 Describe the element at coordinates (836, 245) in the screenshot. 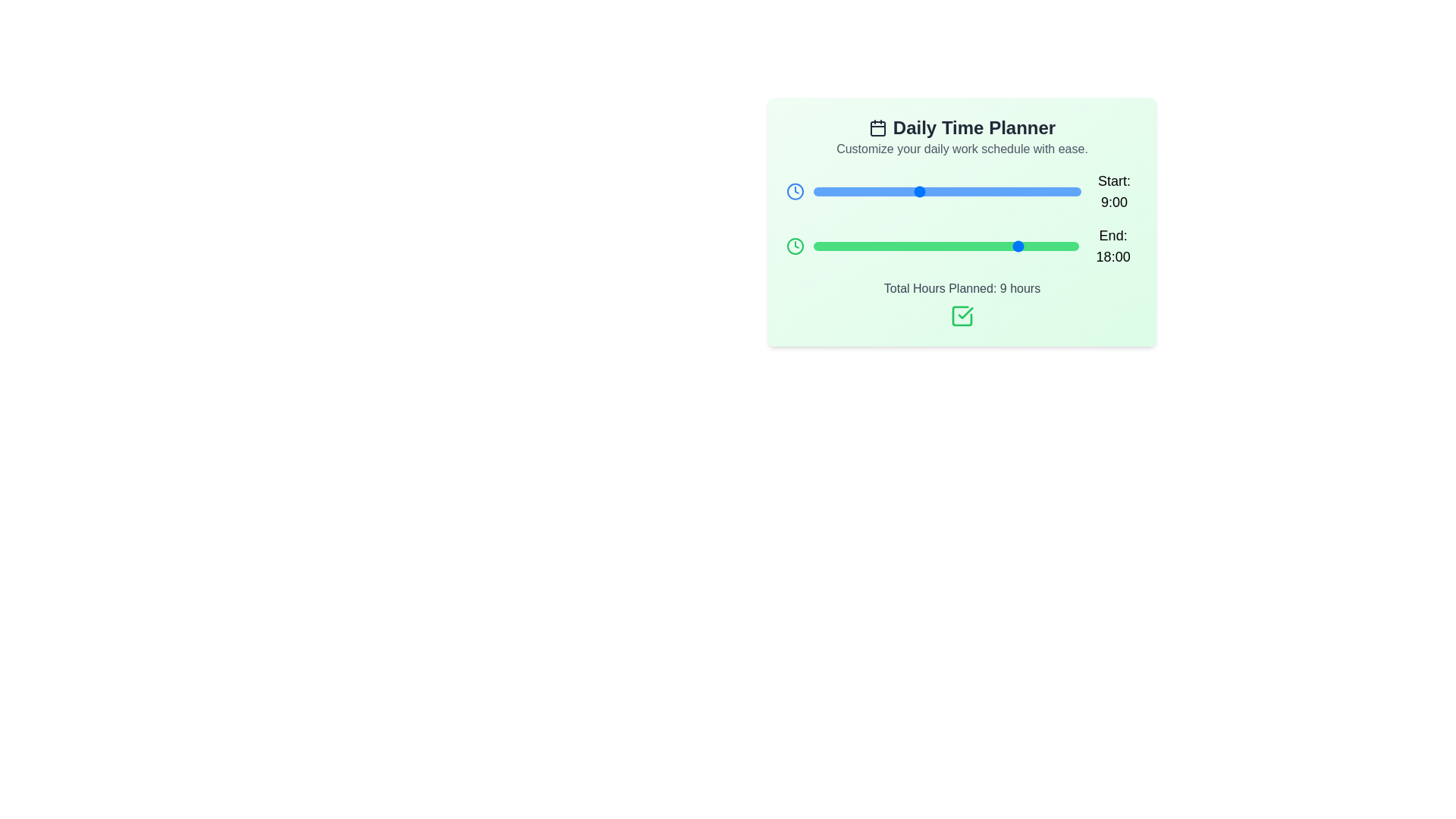

I see `the 'End' slider to set the end time to 2:00` at that location.